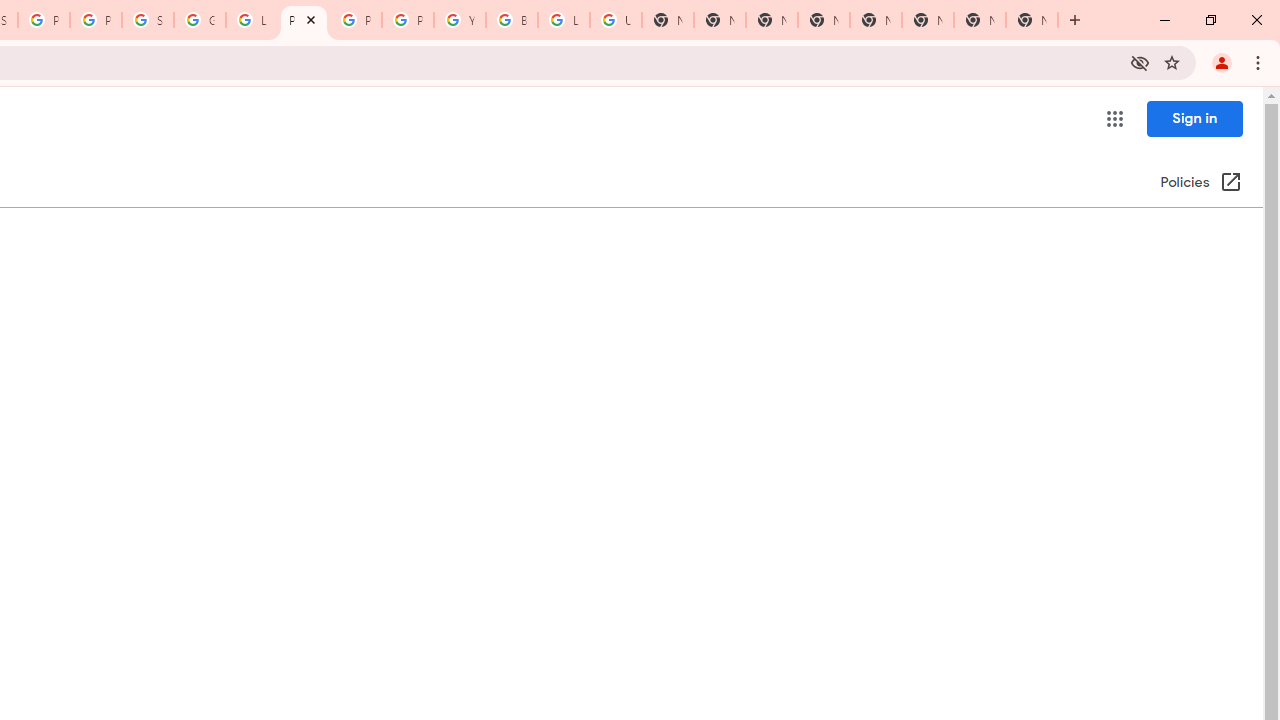 The image size is (1280, 720). Describe the element at coordinates (1200, 183) in the screenshot. I see `'Policies (Open in a new window)'` at that location.